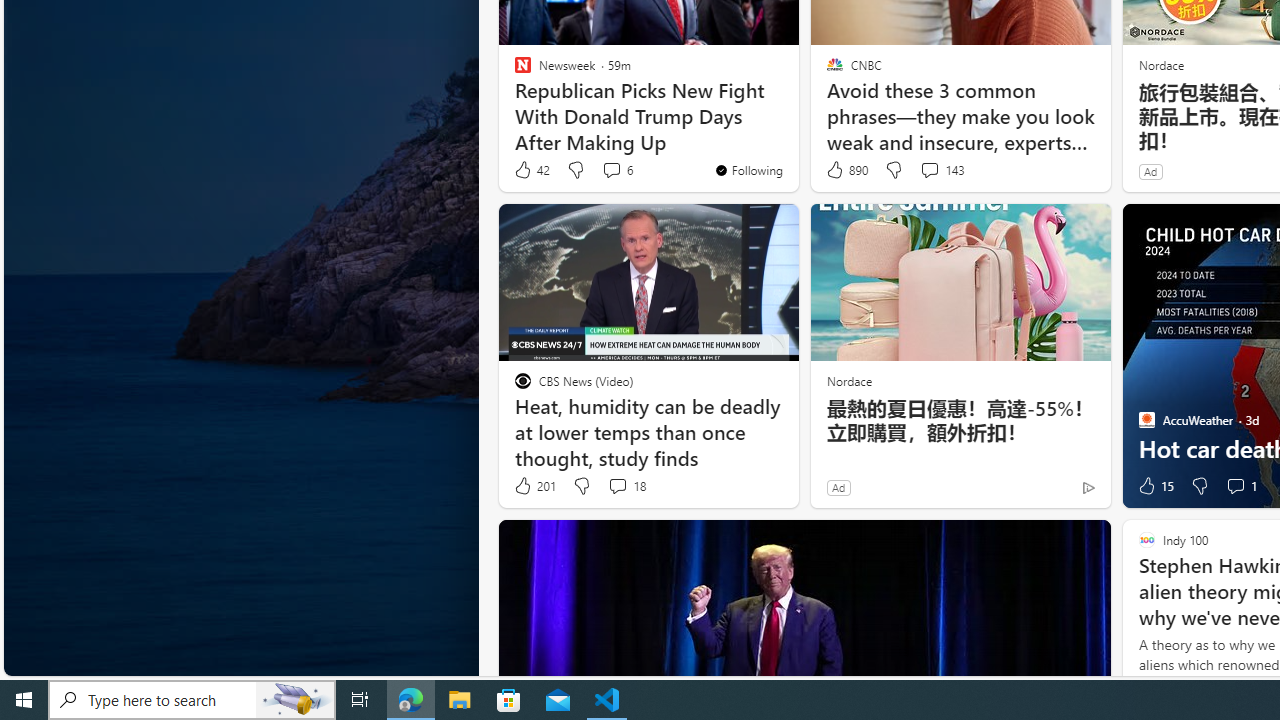  I want to click on '15 Like', so click(1154, 486).